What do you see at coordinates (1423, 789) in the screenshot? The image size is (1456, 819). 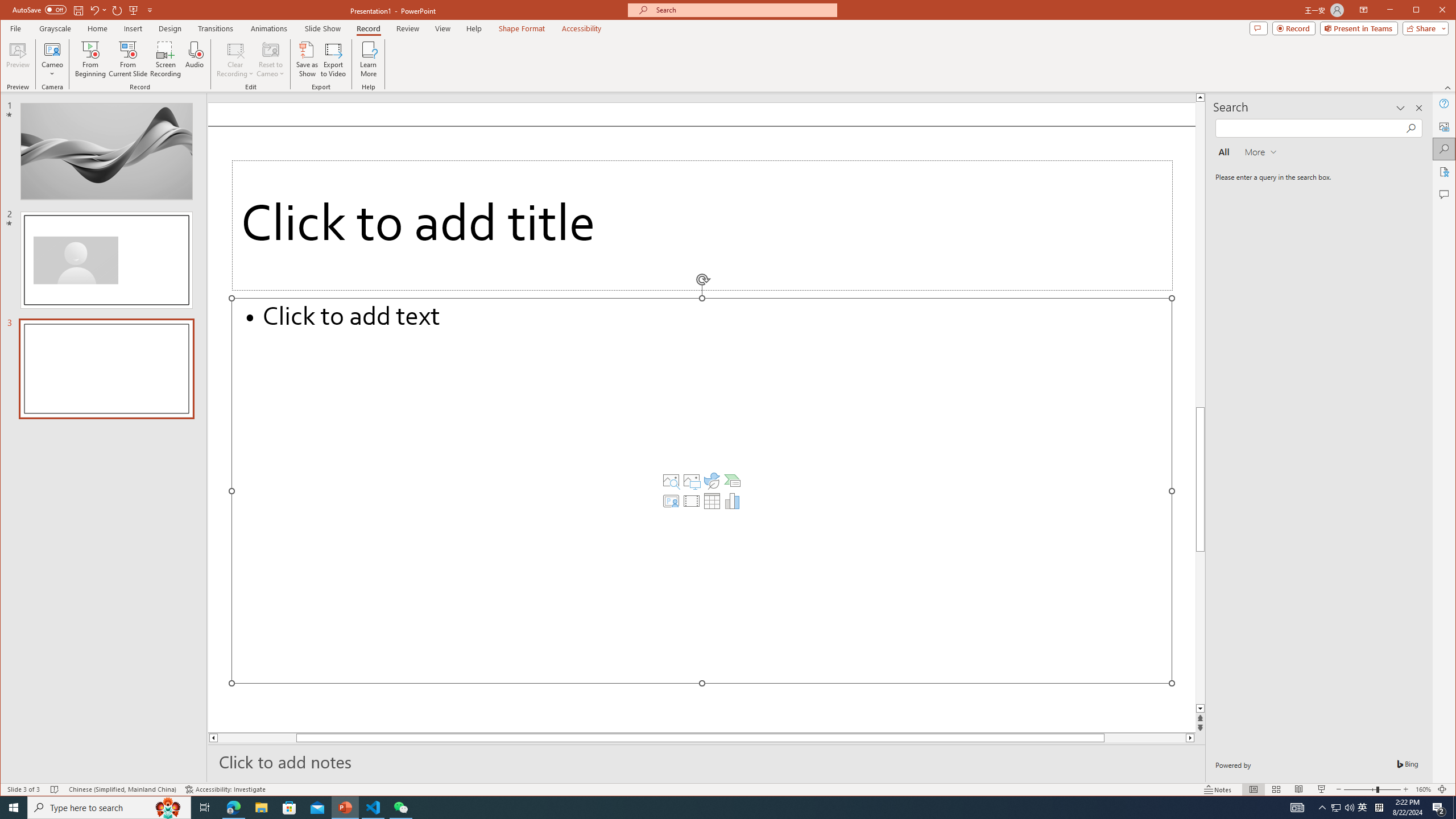 I see `'Zoom 160%'` at bounding box center [1423, 789].